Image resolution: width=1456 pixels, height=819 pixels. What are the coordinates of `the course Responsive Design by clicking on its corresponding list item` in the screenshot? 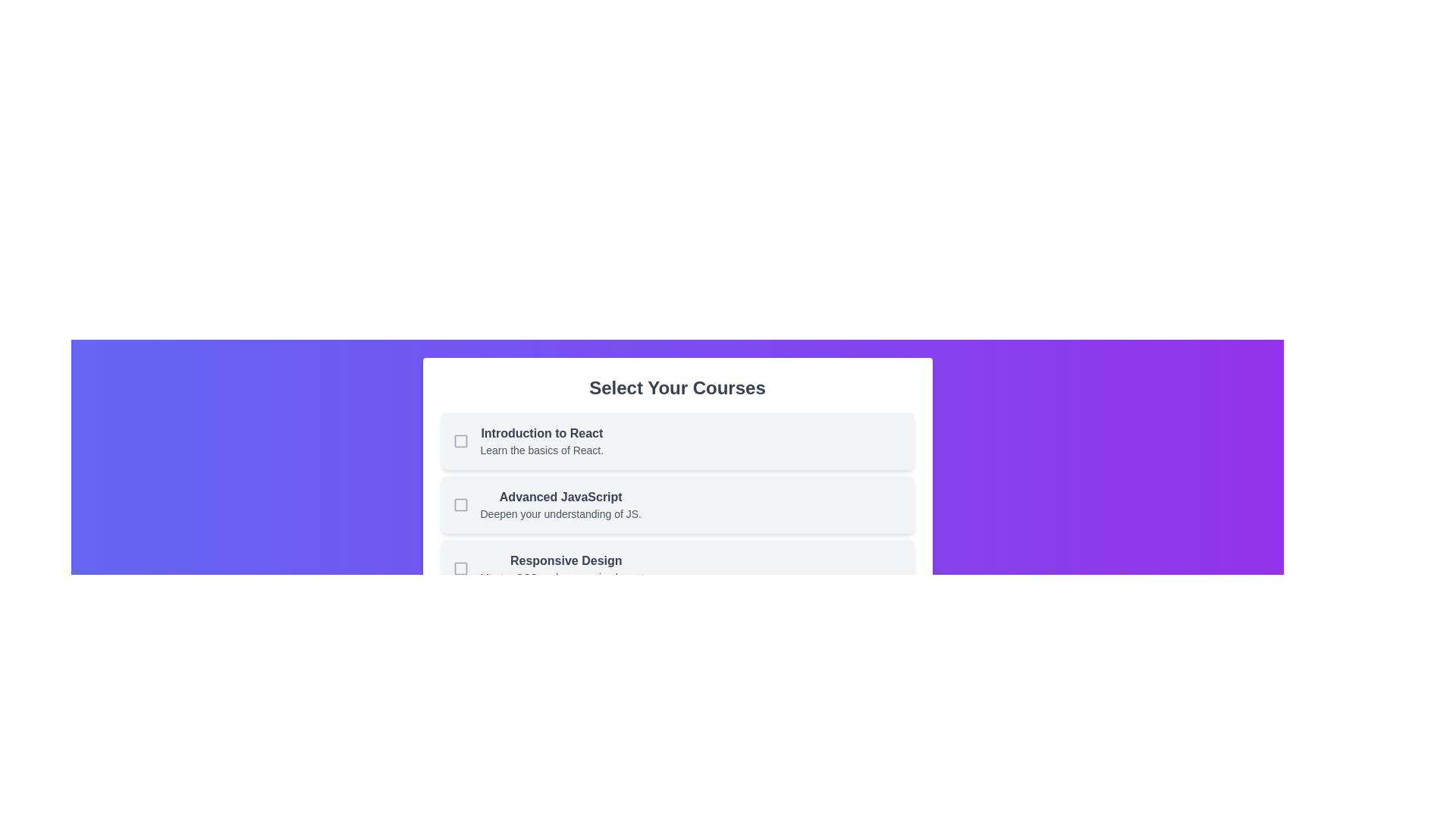 It's located at (676, 568).